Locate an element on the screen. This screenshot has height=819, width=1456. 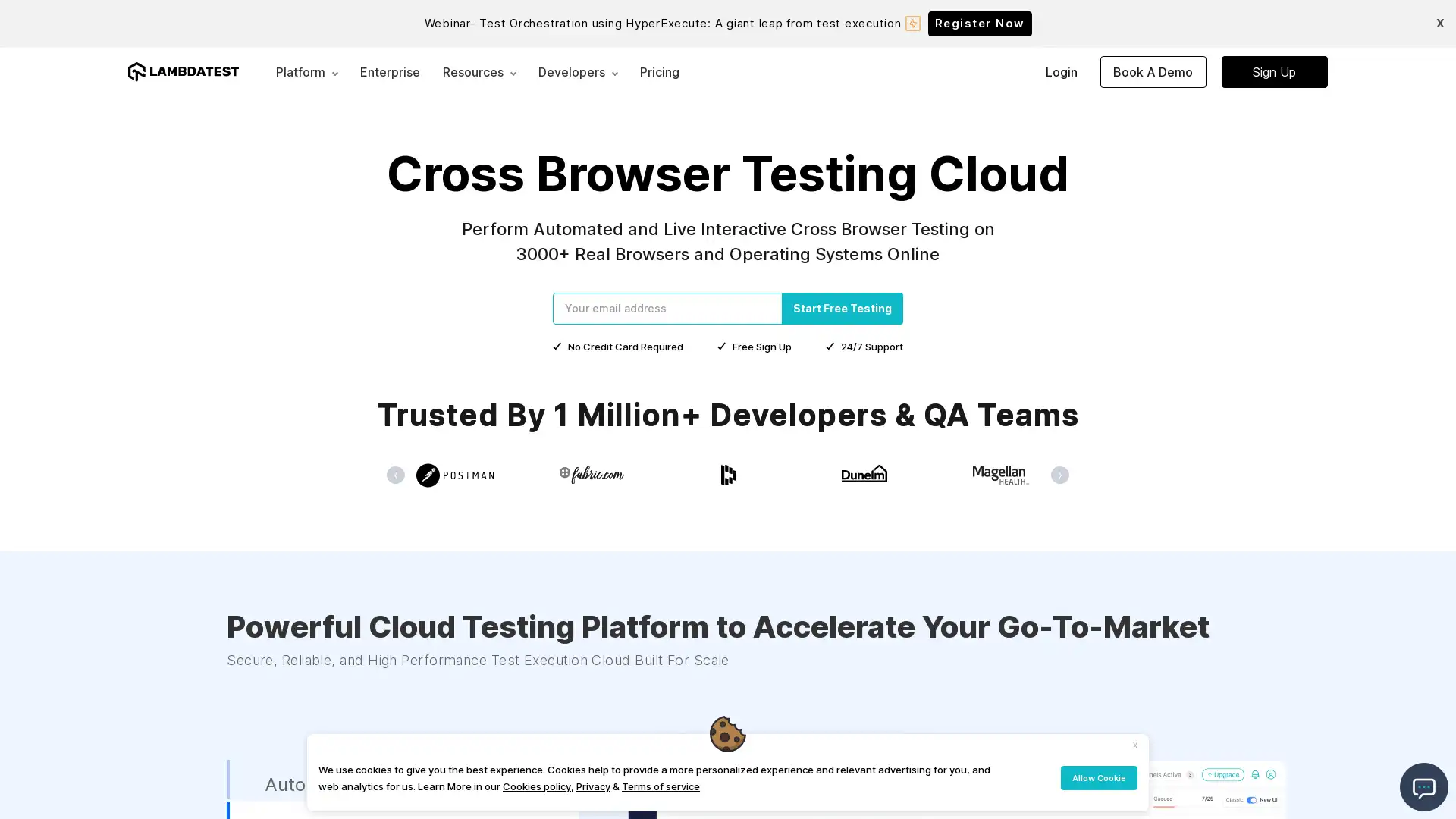
Developers is located at coordinates (577, 71).